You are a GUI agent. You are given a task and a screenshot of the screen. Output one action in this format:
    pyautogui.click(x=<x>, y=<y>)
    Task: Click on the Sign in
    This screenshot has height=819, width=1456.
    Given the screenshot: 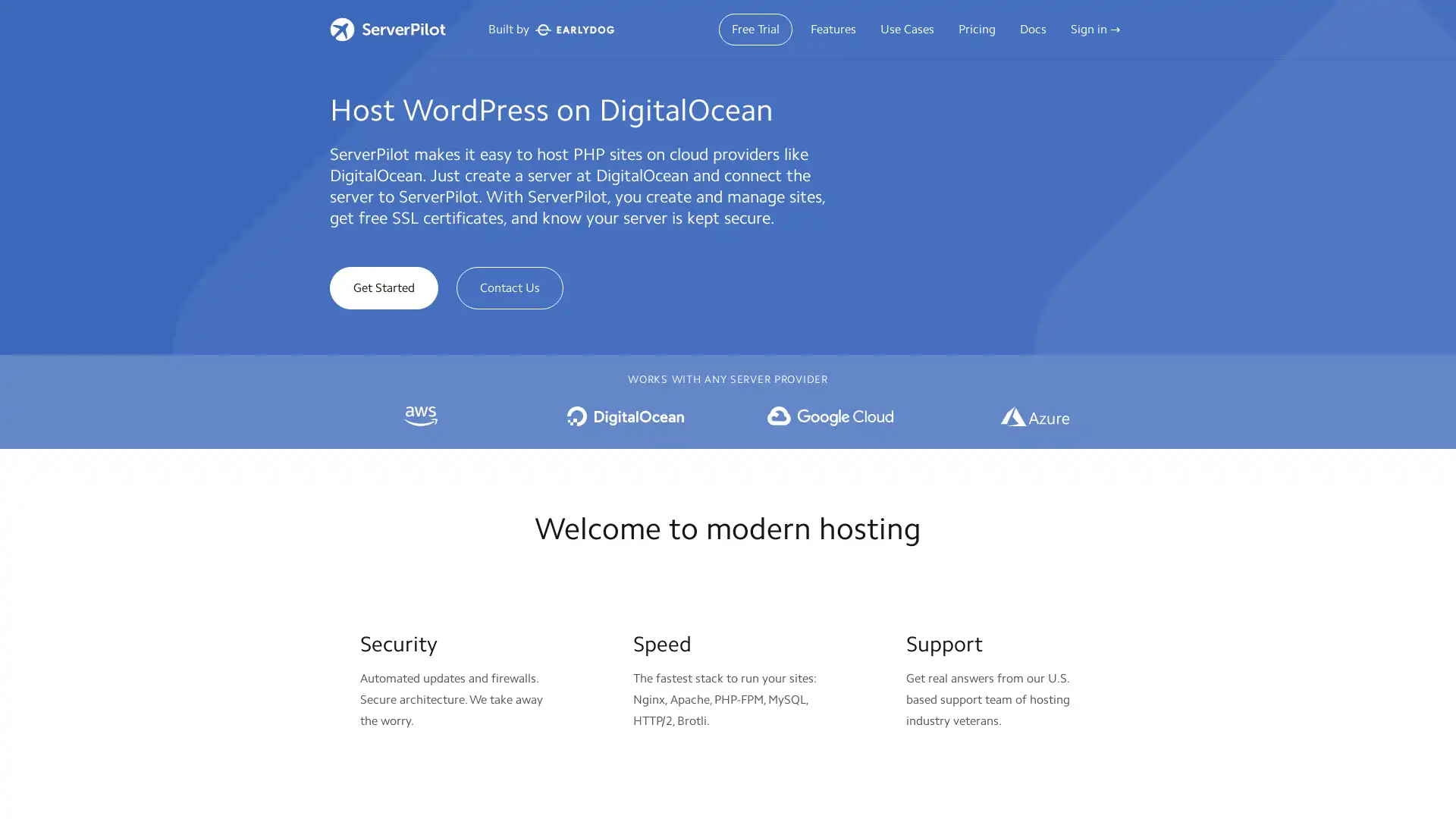 What is the action you would take?
    pyautogui.click(x=1095, y=29)
    